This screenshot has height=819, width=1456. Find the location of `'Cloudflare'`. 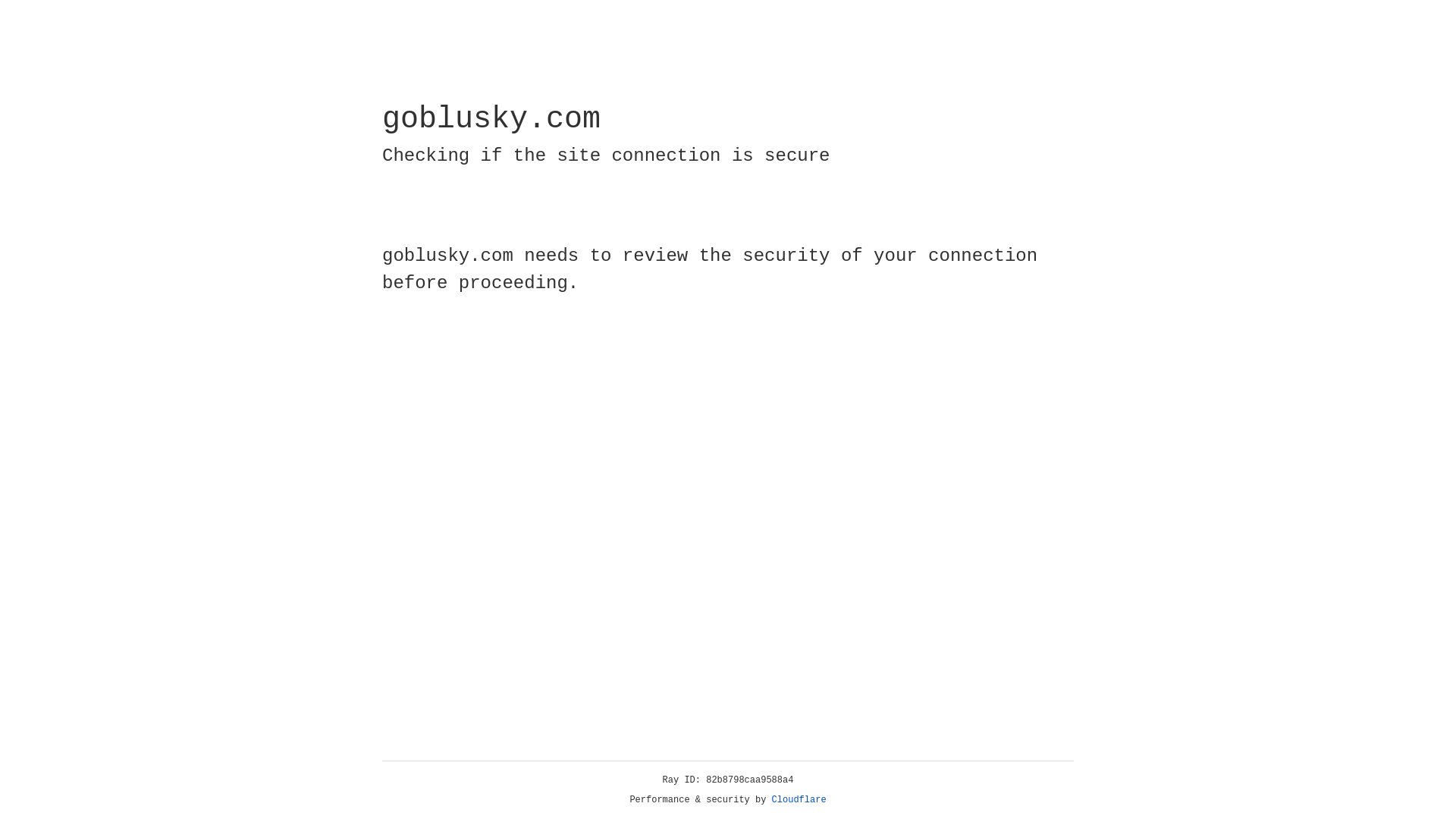

'Cloudflare' is located at coordinates (799, 799).